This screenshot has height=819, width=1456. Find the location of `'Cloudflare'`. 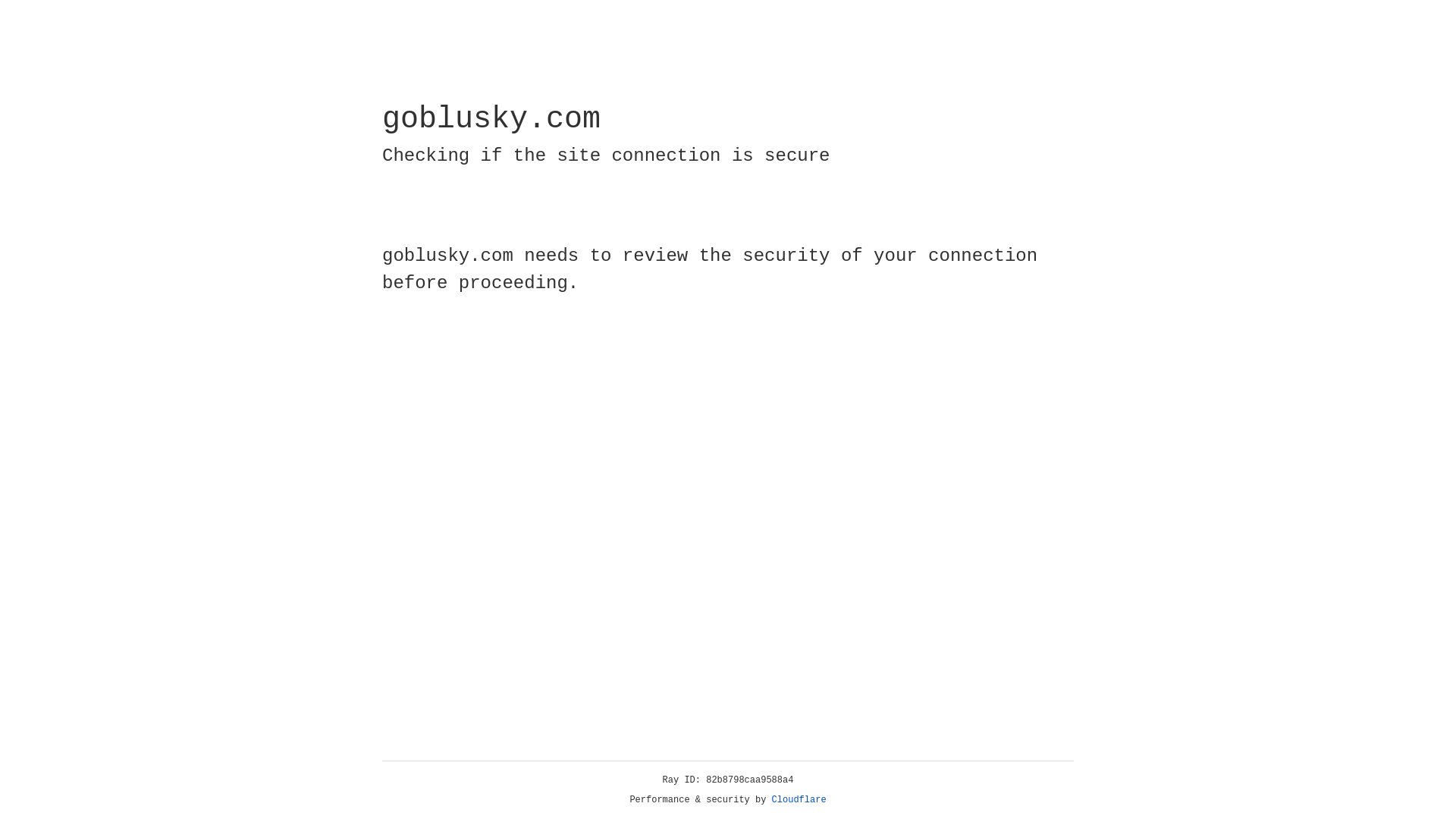

'Cloudflare' is located at coordinates (799, 799).